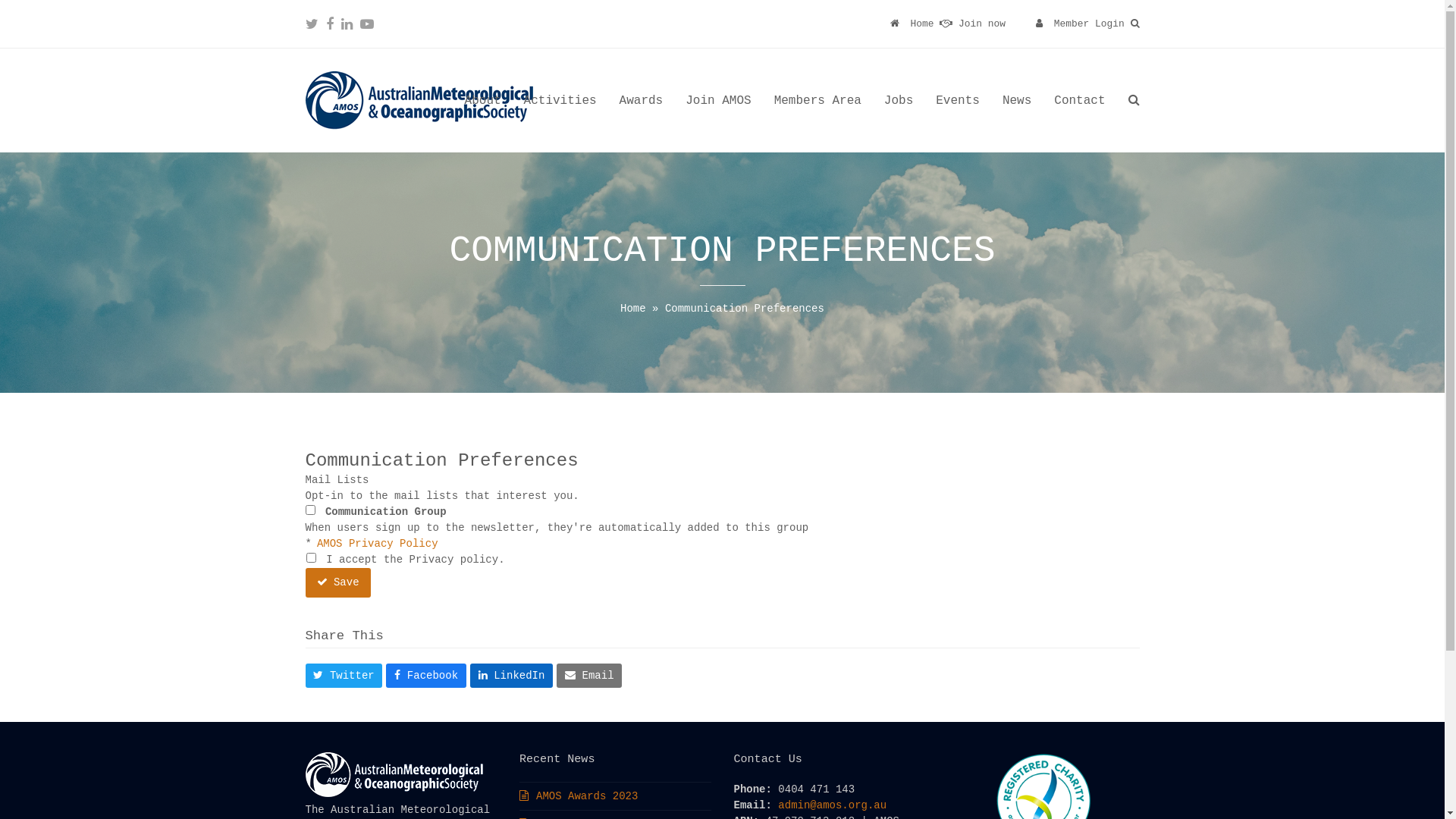  Describe the element at coordinates (831, 804) in the screenshot. I see `'admin@amos.org.au'` at that location.